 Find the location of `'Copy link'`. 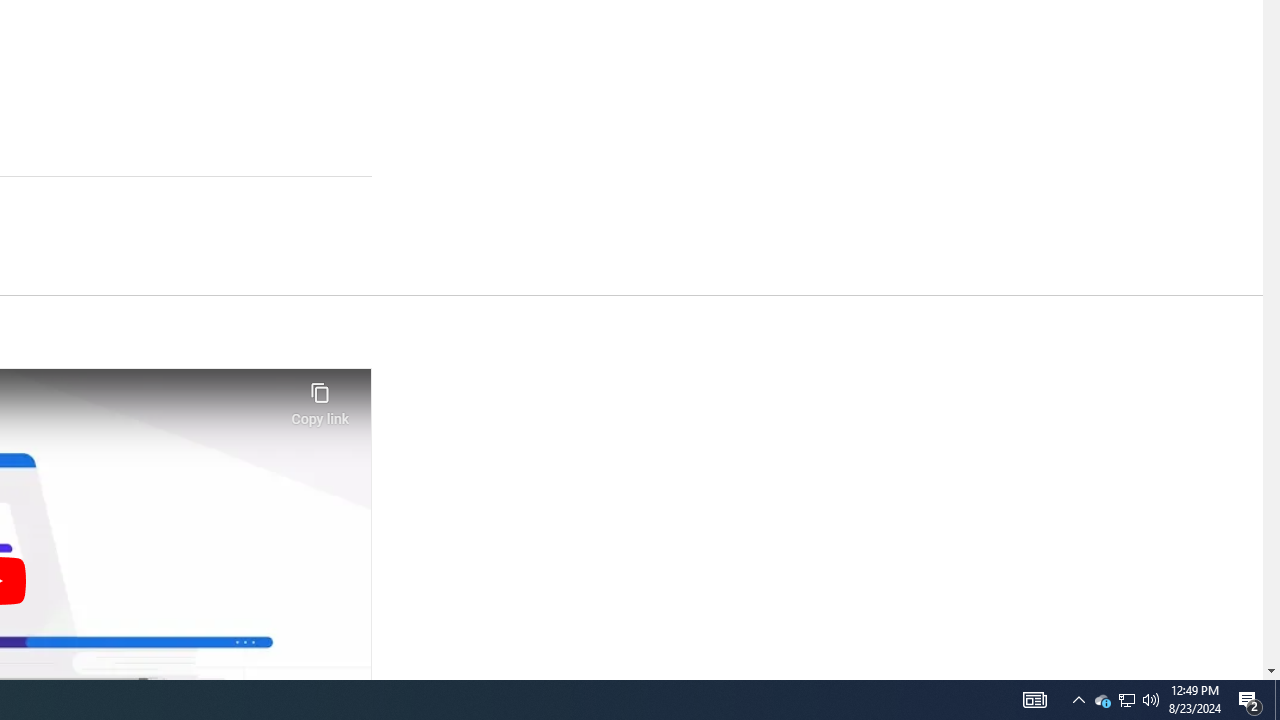

'Copy link' is located at coordinates (320, 398).